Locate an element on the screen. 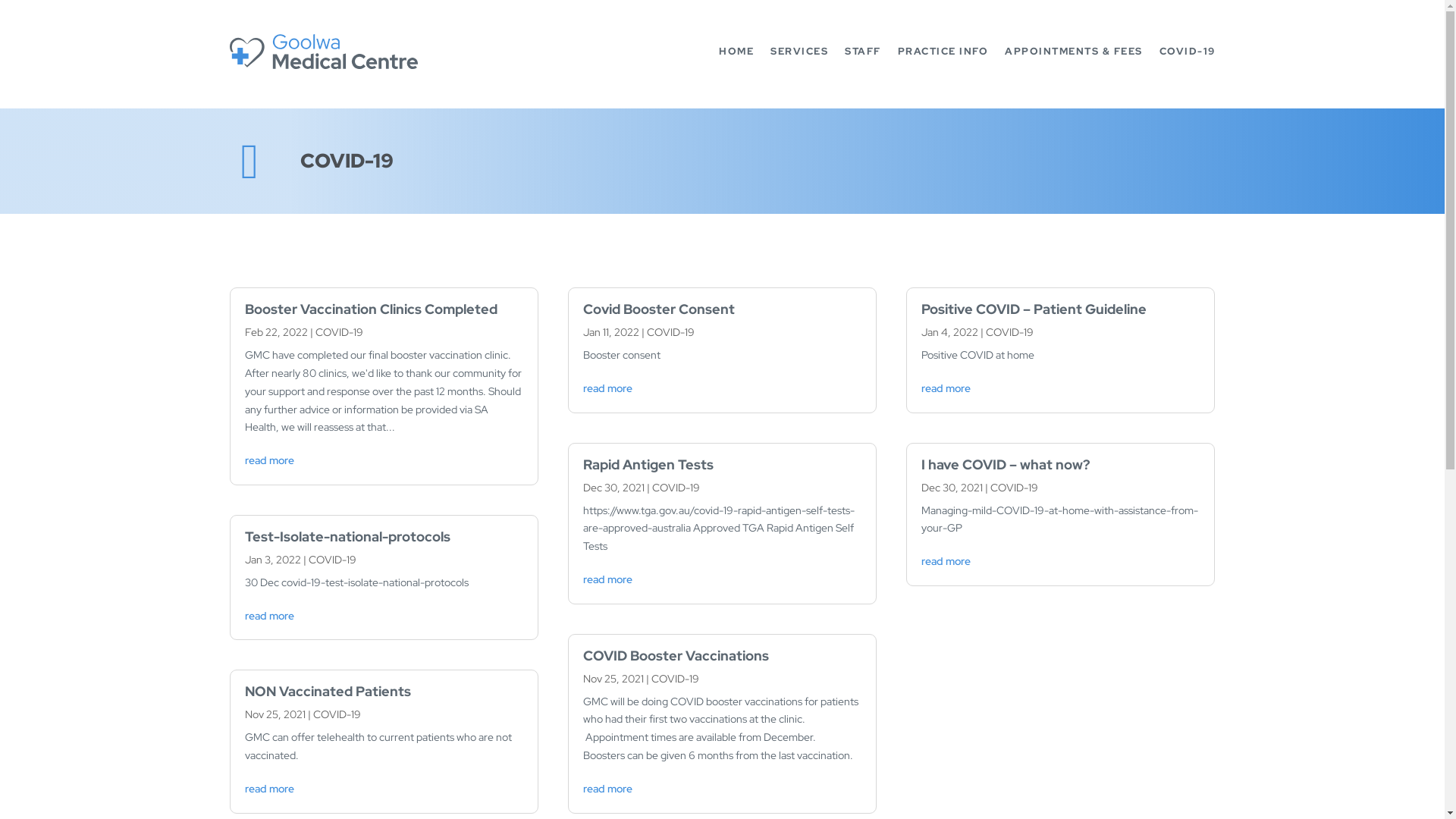 The image size is (1456, 819). 'read more' is located at coordinates (945, 388).